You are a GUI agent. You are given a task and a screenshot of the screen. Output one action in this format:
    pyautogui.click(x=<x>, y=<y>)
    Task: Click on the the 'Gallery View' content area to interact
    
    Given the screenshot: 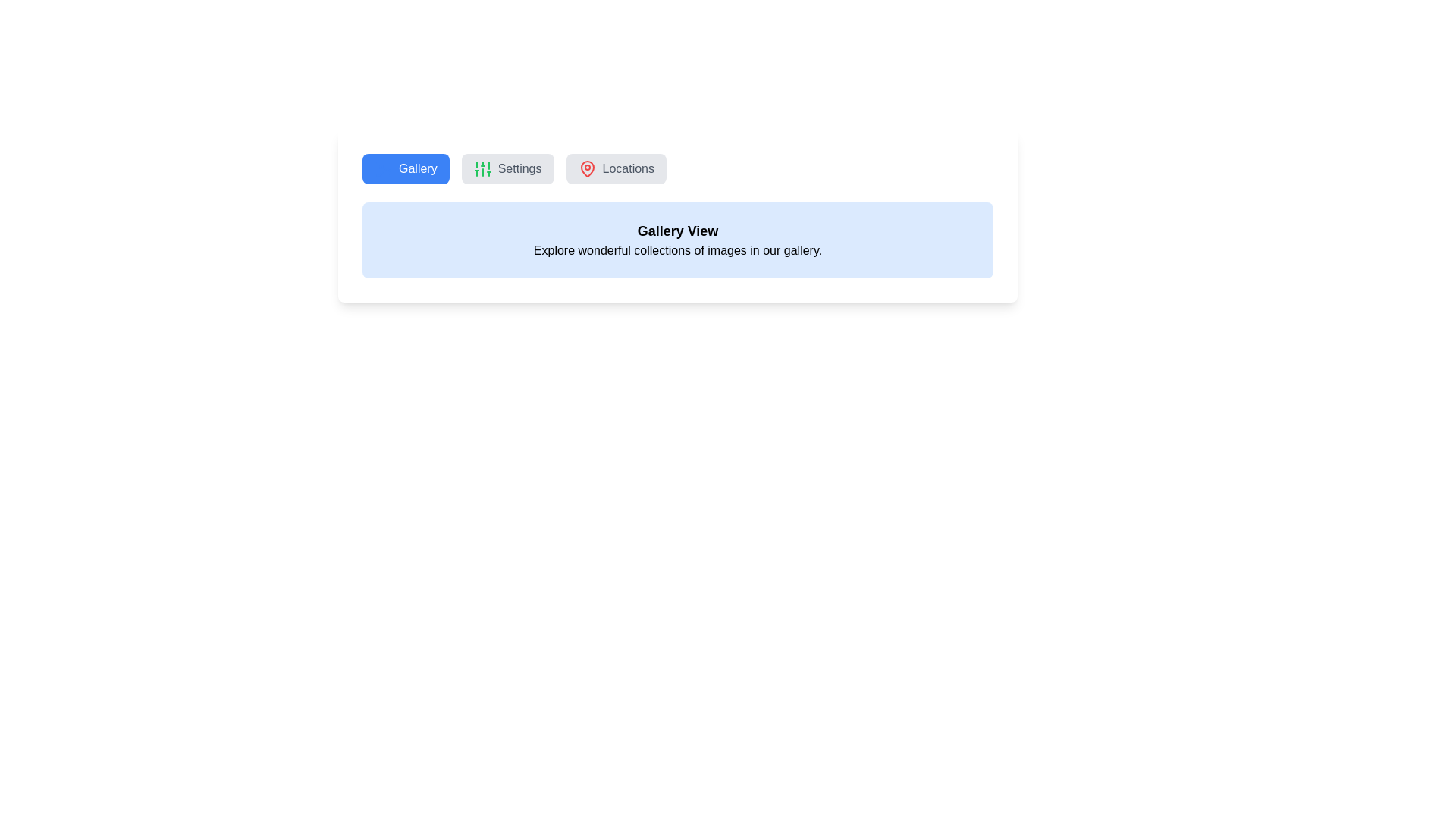 What is the action you would take?
    pyautogui.click(x=676, y=239)
    